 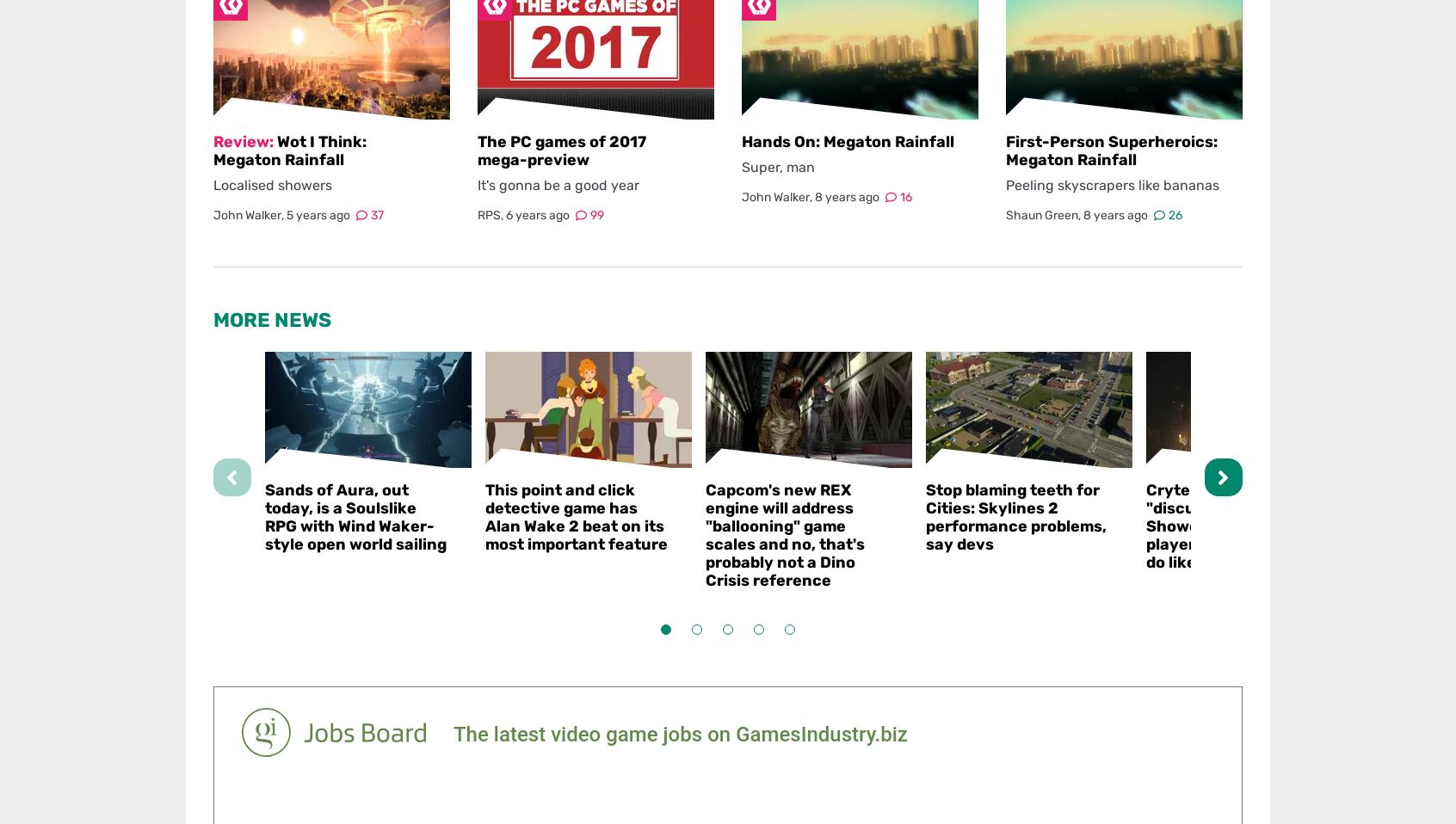 What do you see at coordinates (777, 166) in the screenshot?
I see `'Super, man'` at bounding box center [777, 166].